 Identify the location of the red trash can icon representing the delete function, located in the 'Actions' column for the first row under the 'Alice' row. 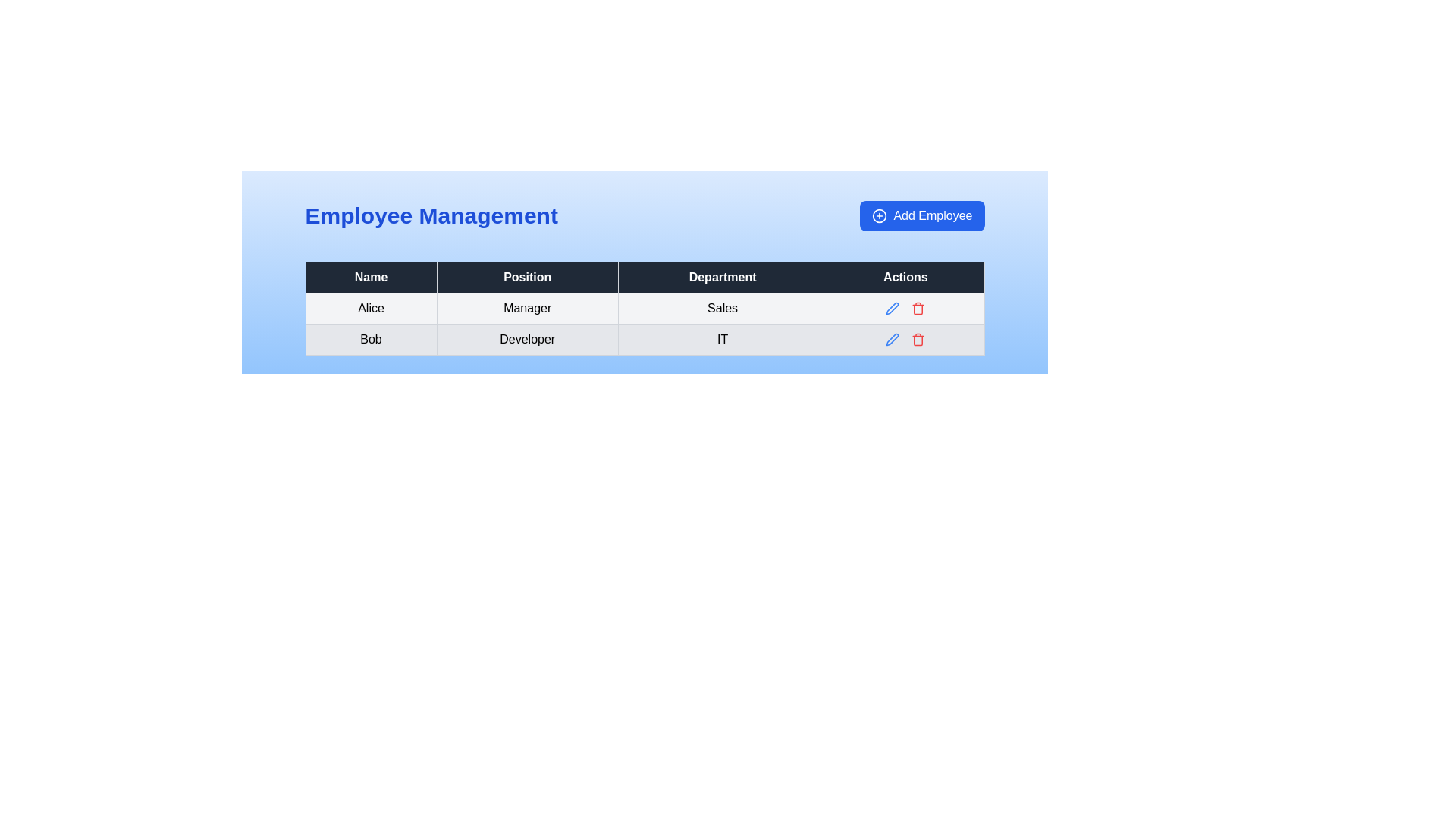
(918, 308).